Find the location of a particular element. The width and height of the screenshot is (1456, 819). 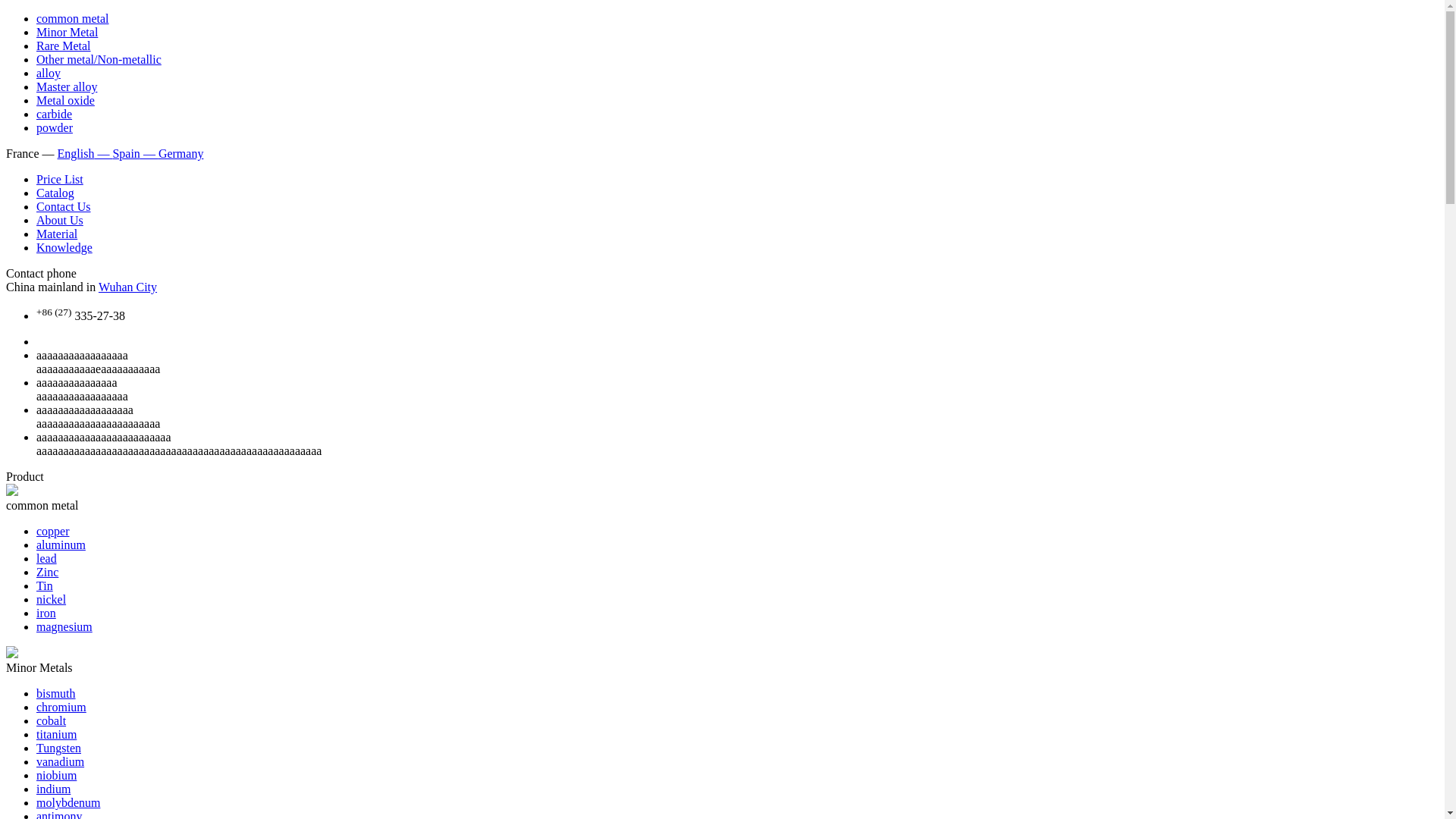

'bismuth' is located at coordinates (36, 693).